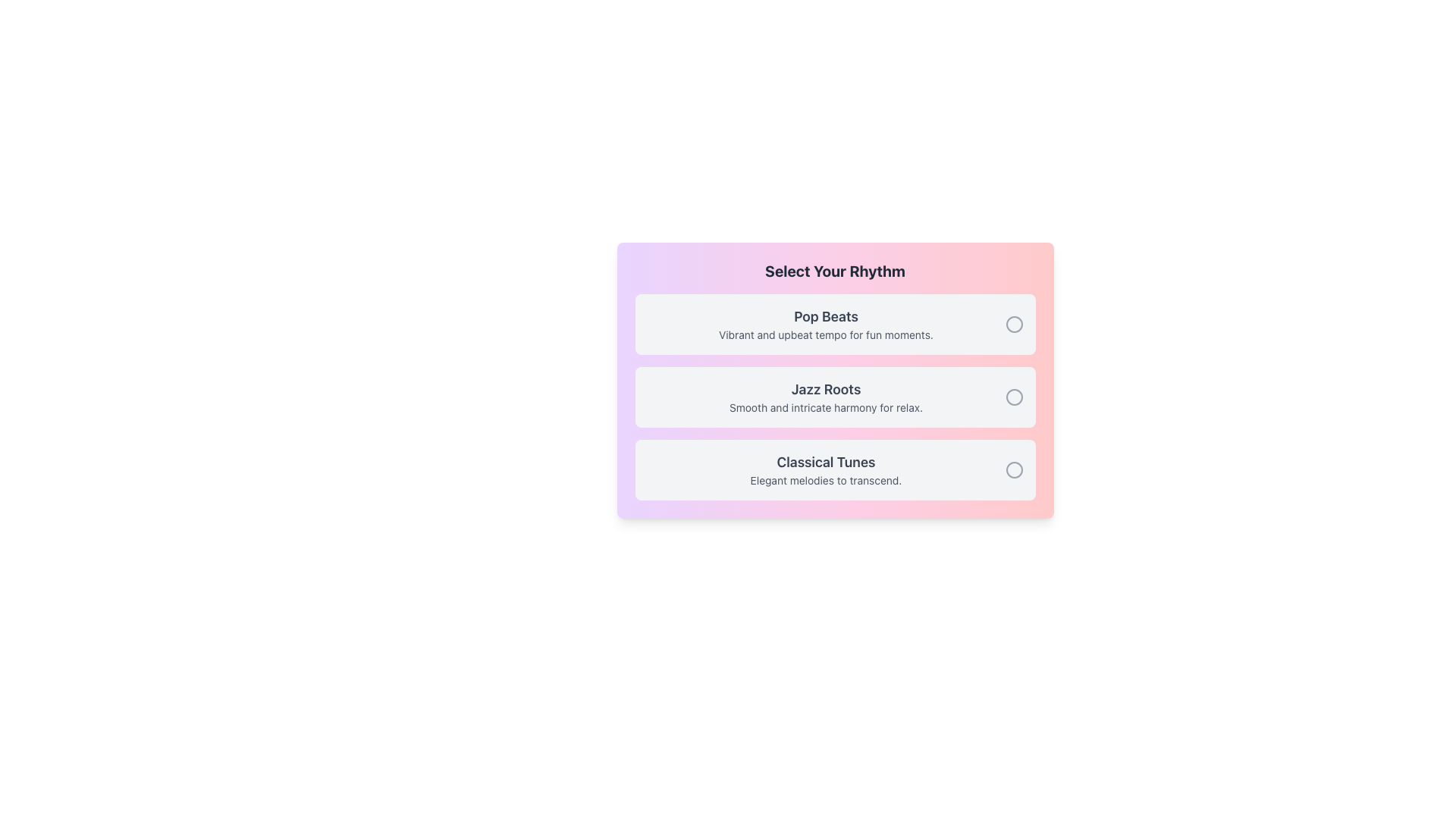  Describe the element at coordinates (1014, 469) in the screenshot. I see `the SVG Circle Indicator located in the third option labeled 'Classical Tunes' within a vertical list of selectable items, which has a grey stroke color and resembles a radio button` at that location.